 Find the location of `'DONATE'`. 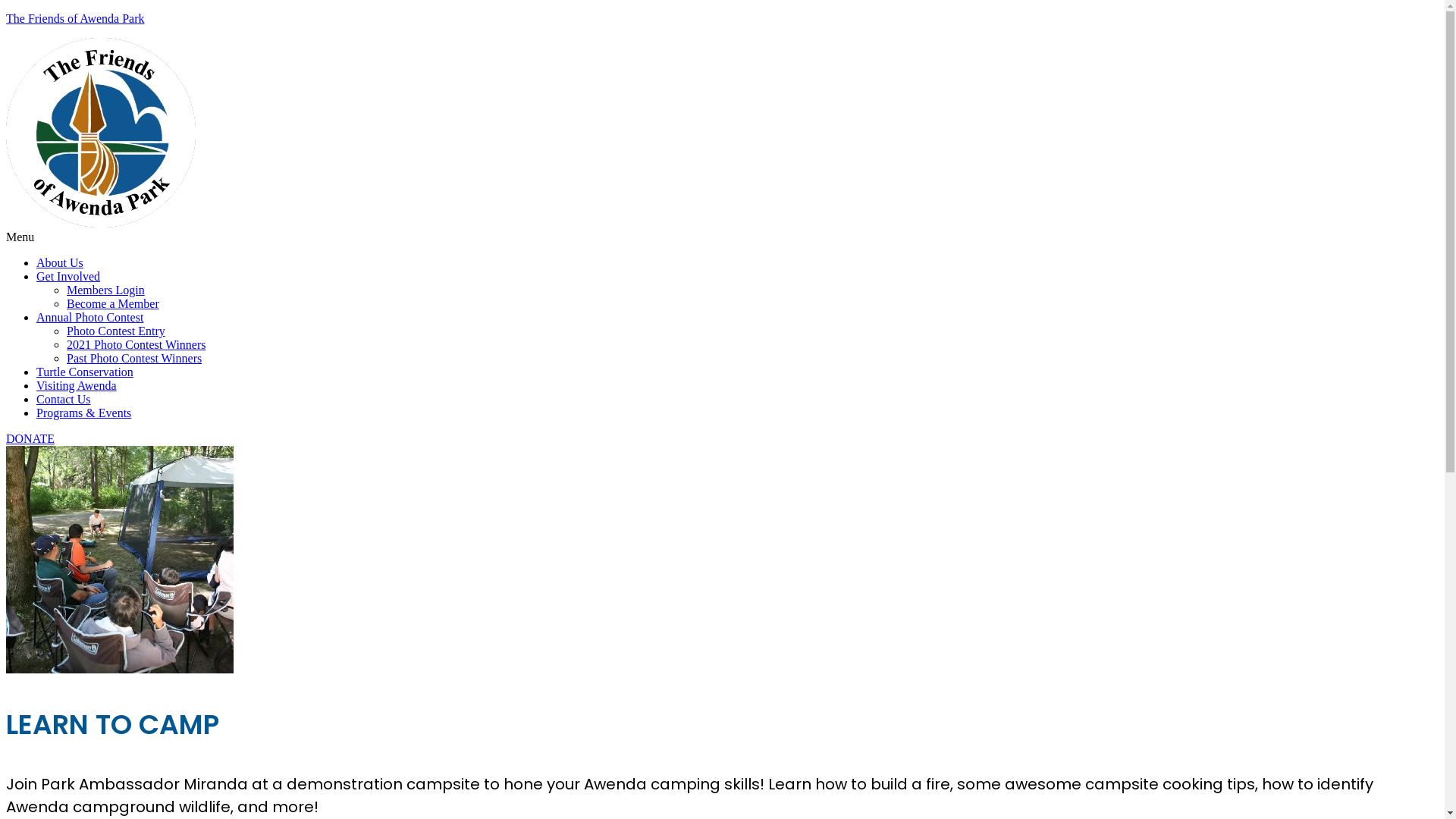

'DONATE' is located at coordinates (30, 438).